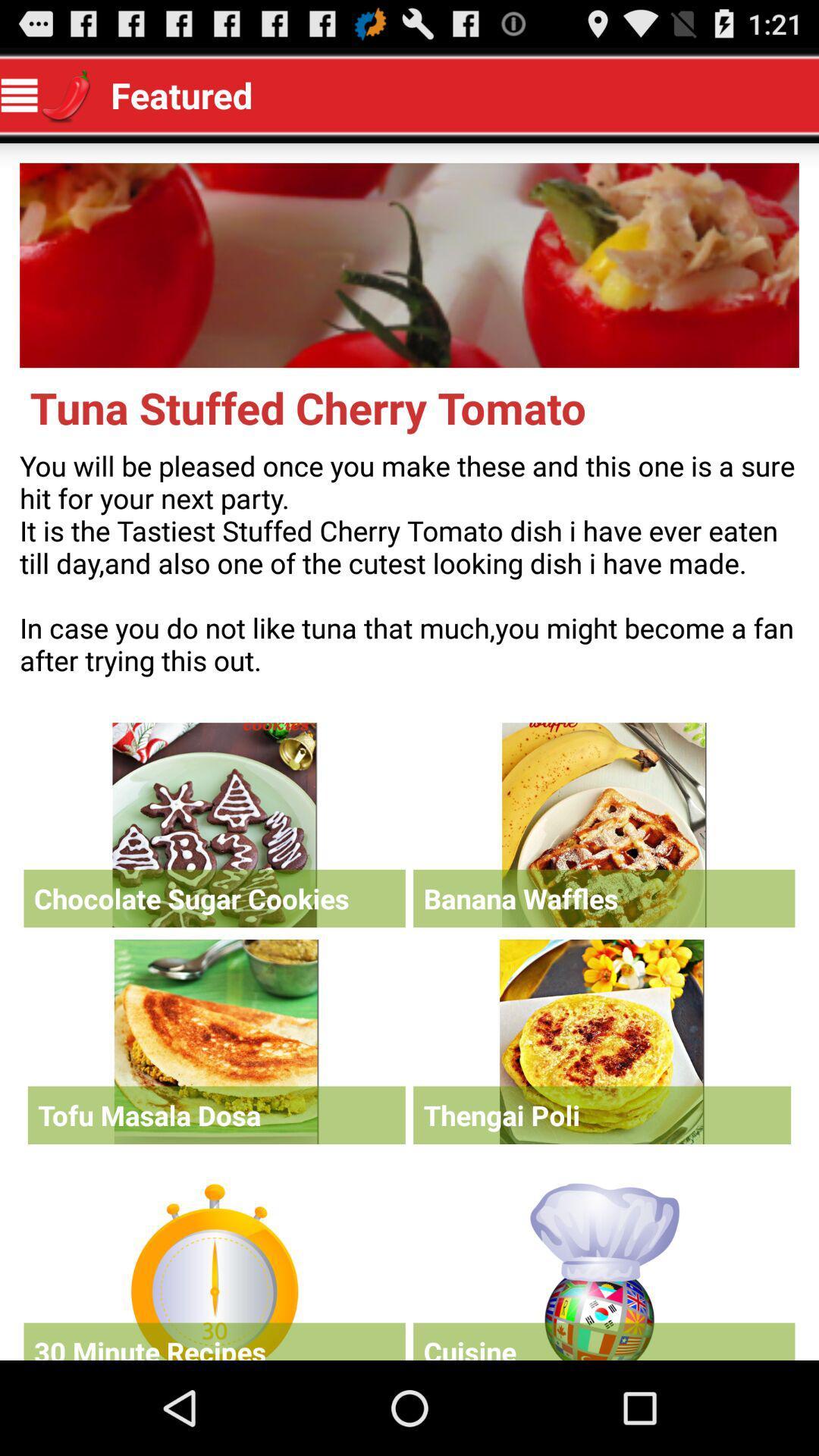  What do you see at coordinates (603, 1268) in the screenshot?
I see `the featured option` at bounding box center [603, 1268].